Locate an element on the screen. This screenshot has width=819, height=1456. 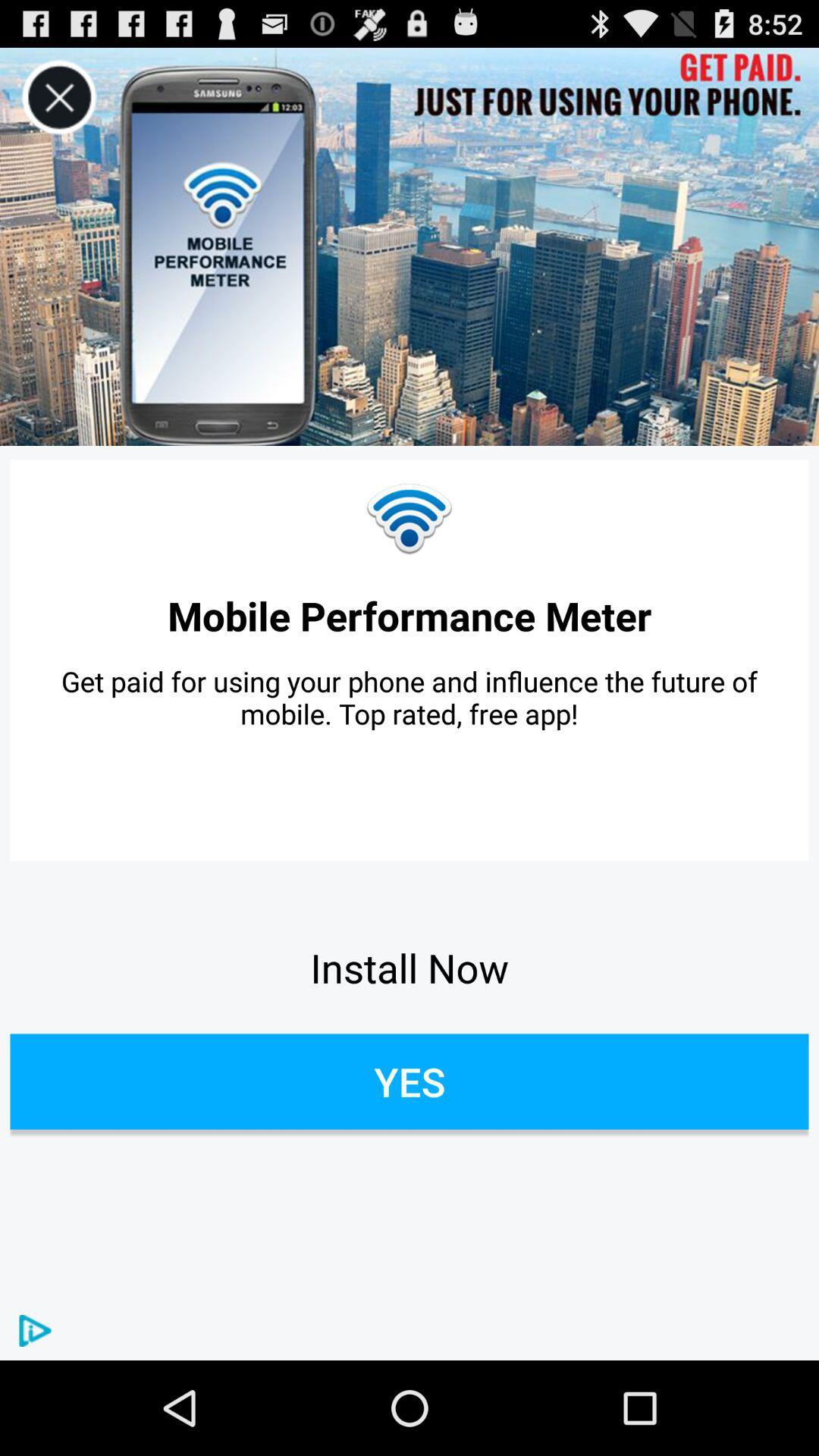
the get paid for item is located at coordinates (409, 696).